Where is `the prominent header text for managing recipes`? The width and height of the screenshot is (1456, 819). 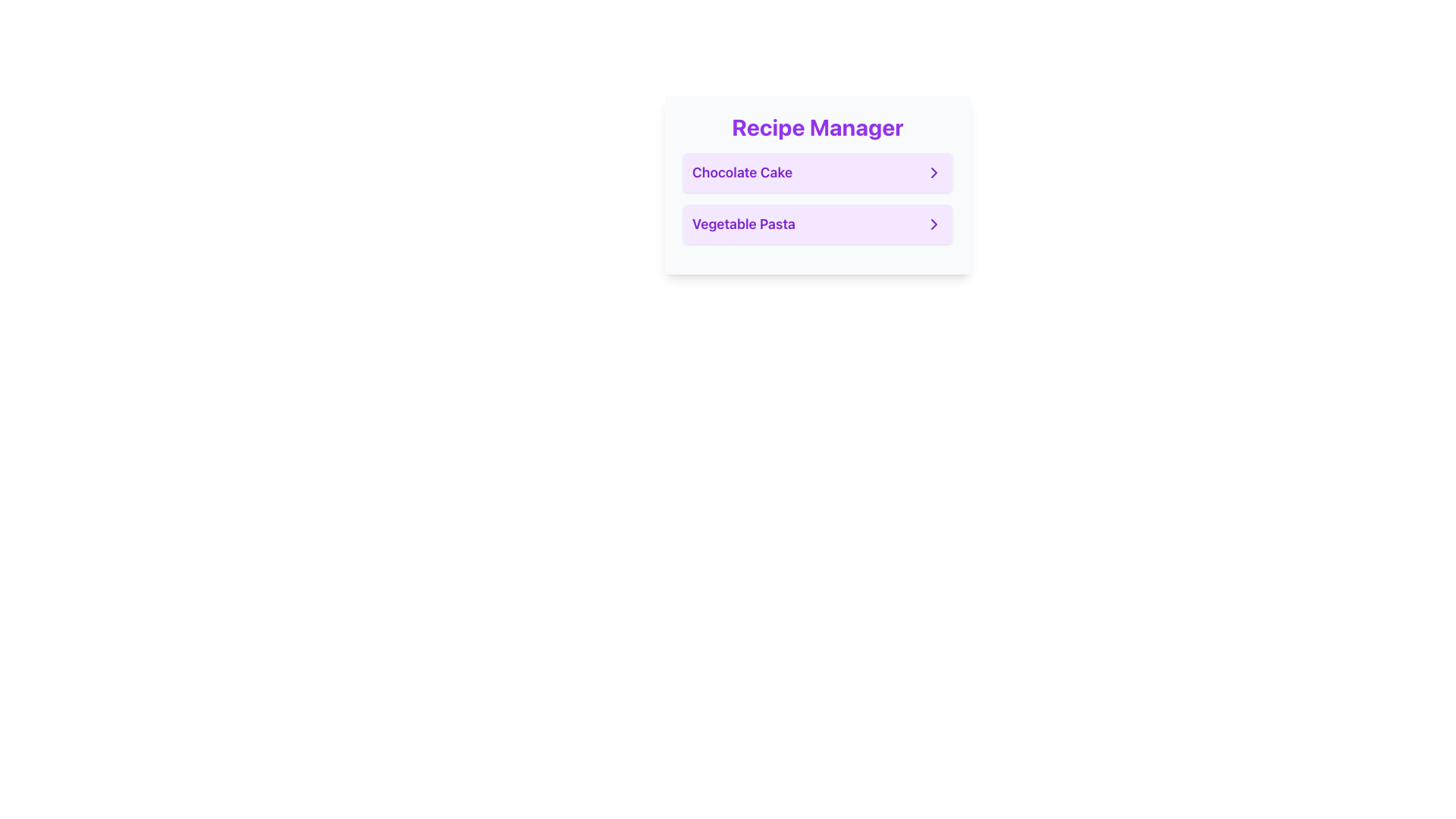 the prominent header text for managing recipes is located at coordinates (817, 127).